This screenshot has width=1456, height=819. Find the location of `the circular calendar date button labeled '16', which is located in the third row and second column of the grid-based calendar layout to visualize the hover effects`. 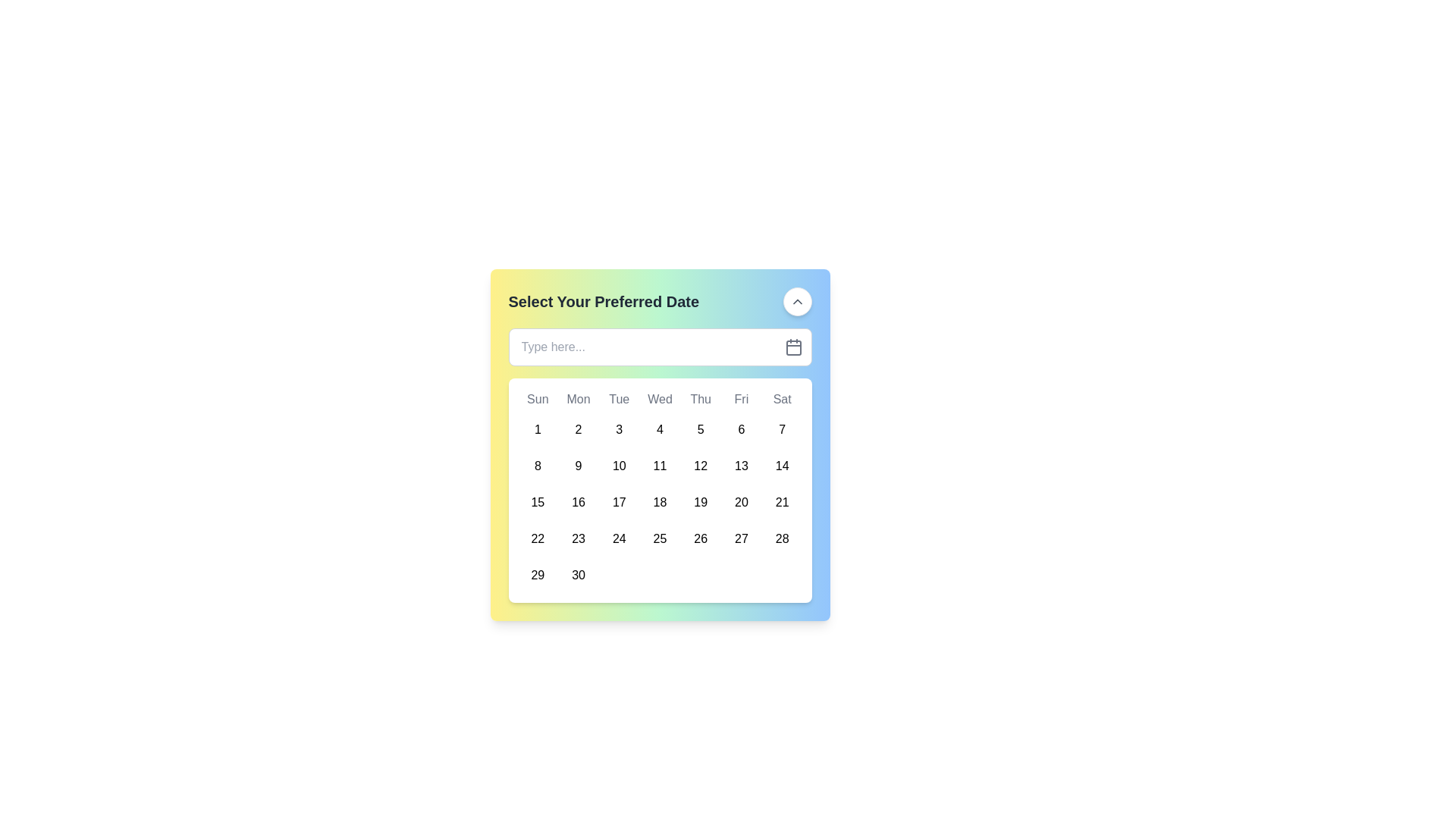

the circular calendar date button labeled '16', which is located in the third row and second column of the grid-based calendar layout to visualize the hover effects is located at coordinates (578, 503).